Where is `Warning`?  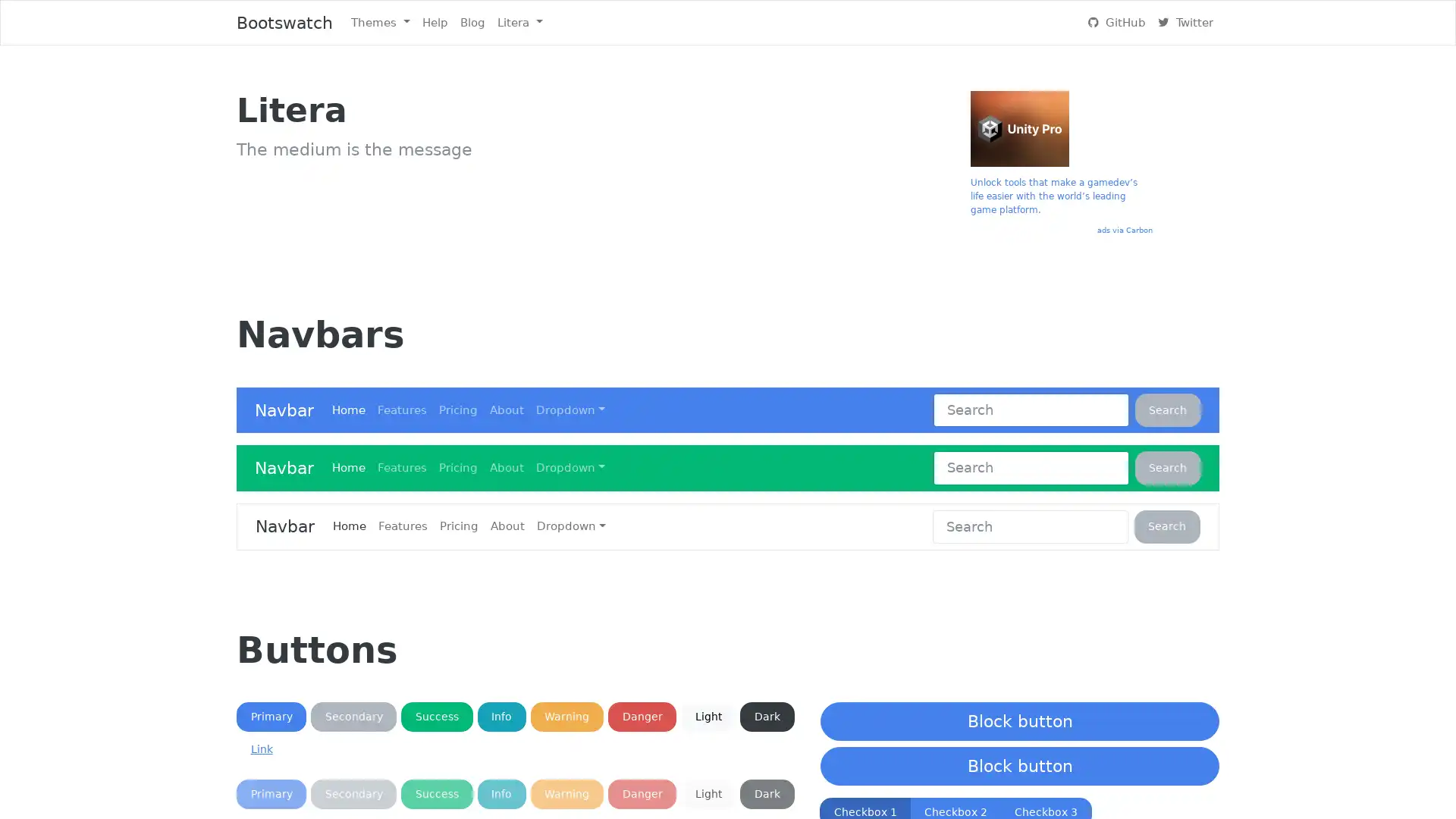
Warning is located at coordinates (566, 793).